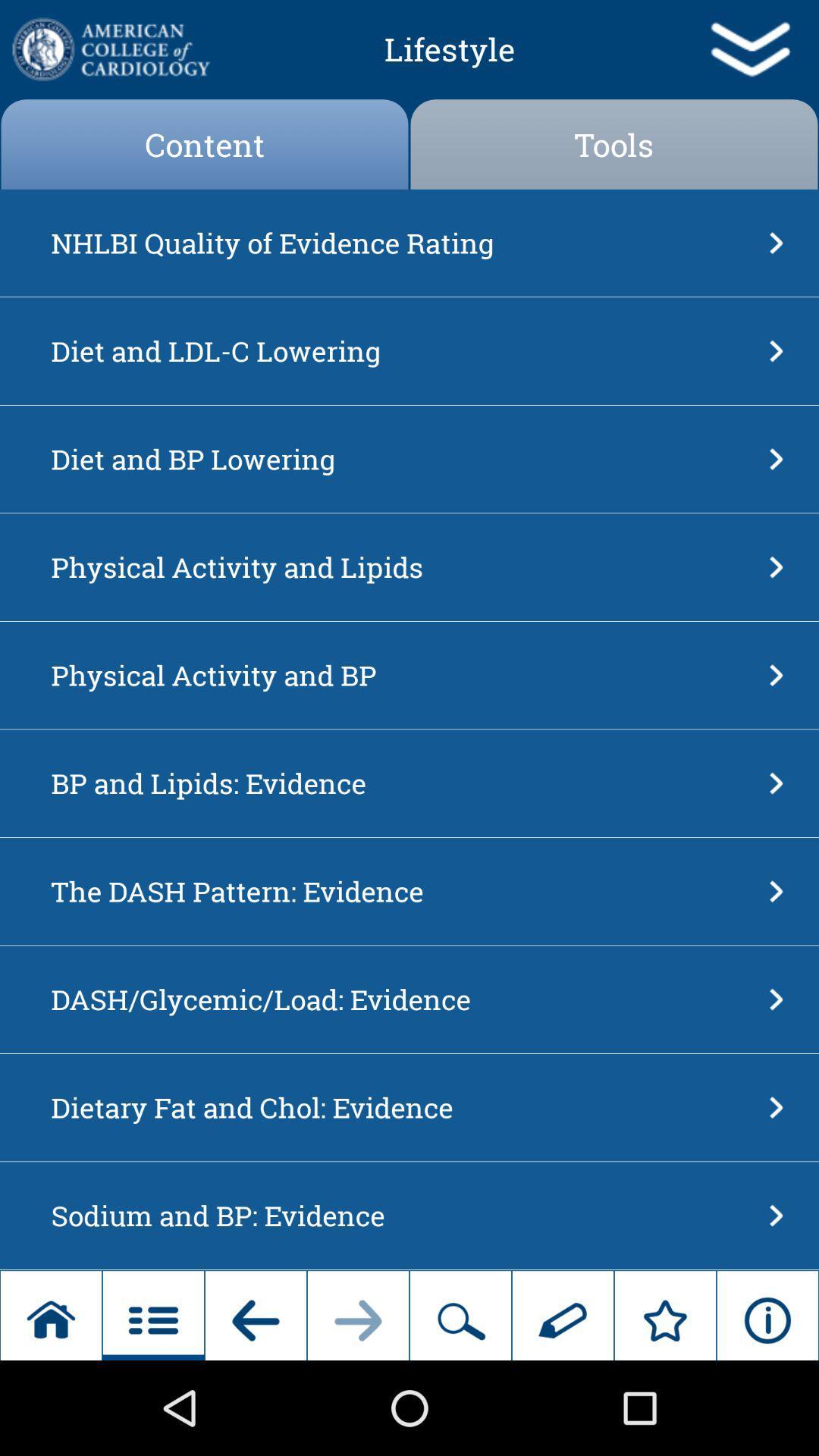 The width and height of the screenshot is (819, 1456). Describe the element at coordinates (404, 243) in the screenshot. I see `the nhlbi quality of icon` at that location.